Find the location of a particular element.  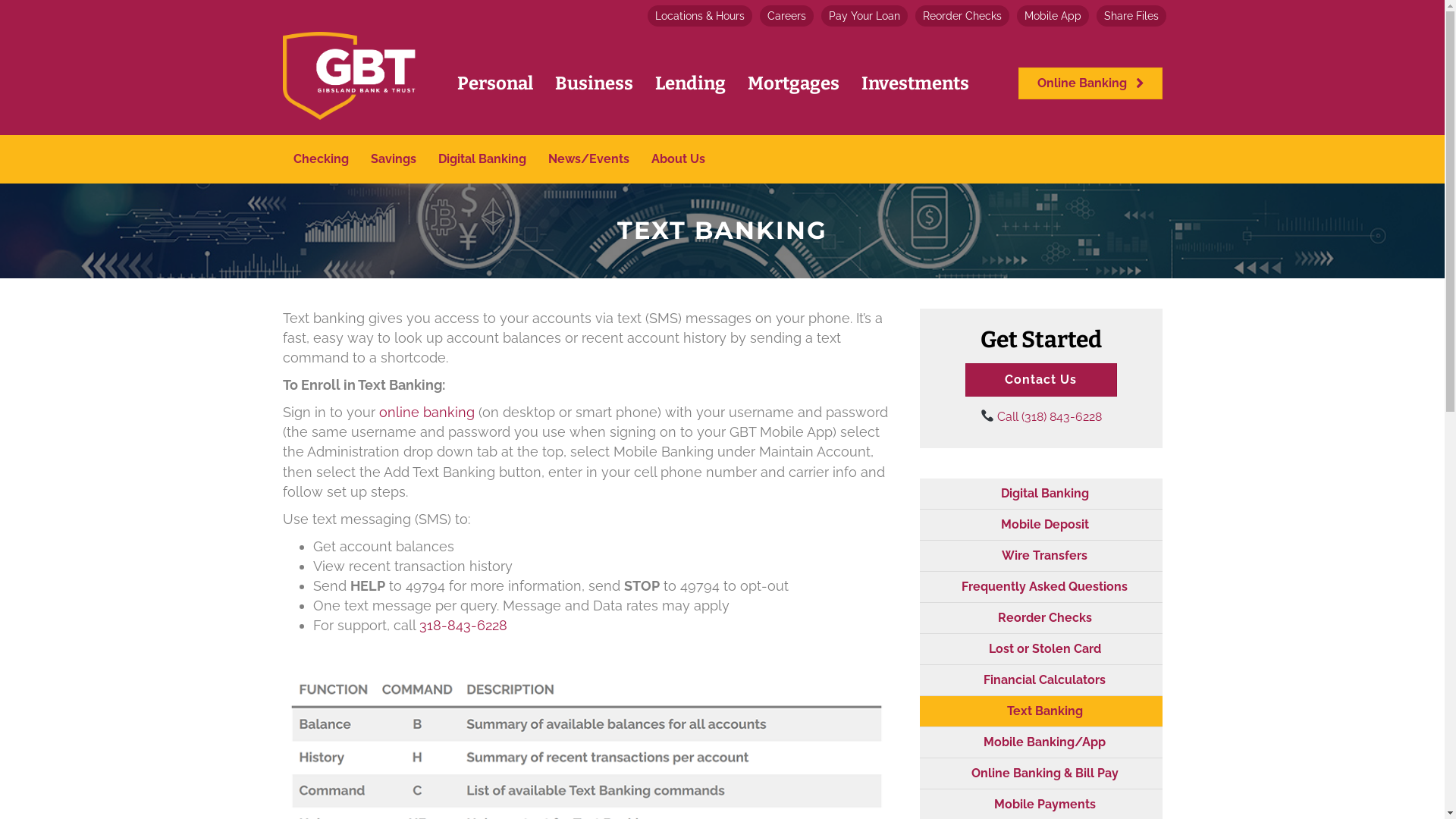

'Pay Your Loan' is located at coordinates (863, 15).